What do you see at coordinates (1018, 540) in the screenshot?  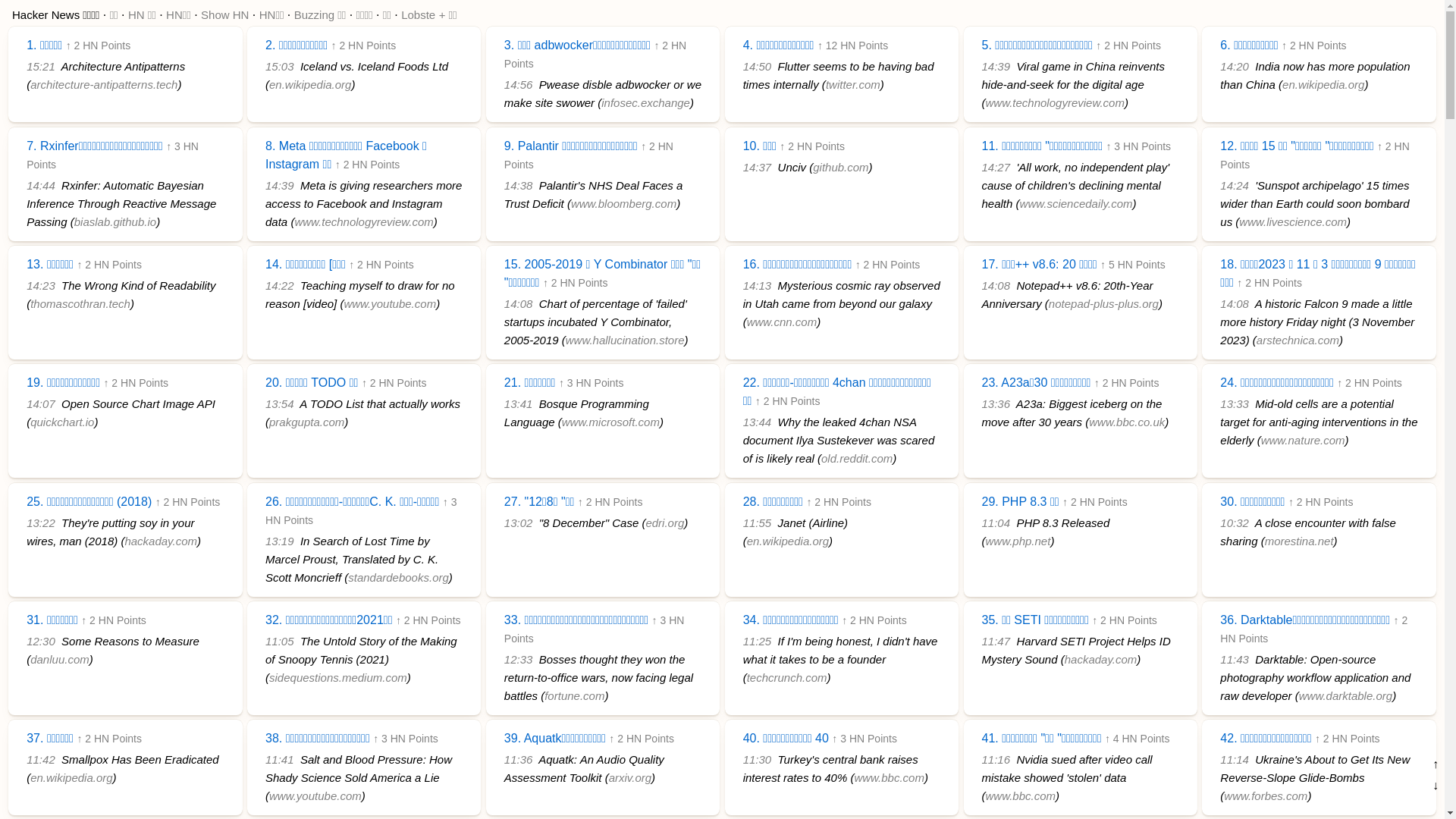 I see `'www.php.net'` at bounding box center [1018, 540].